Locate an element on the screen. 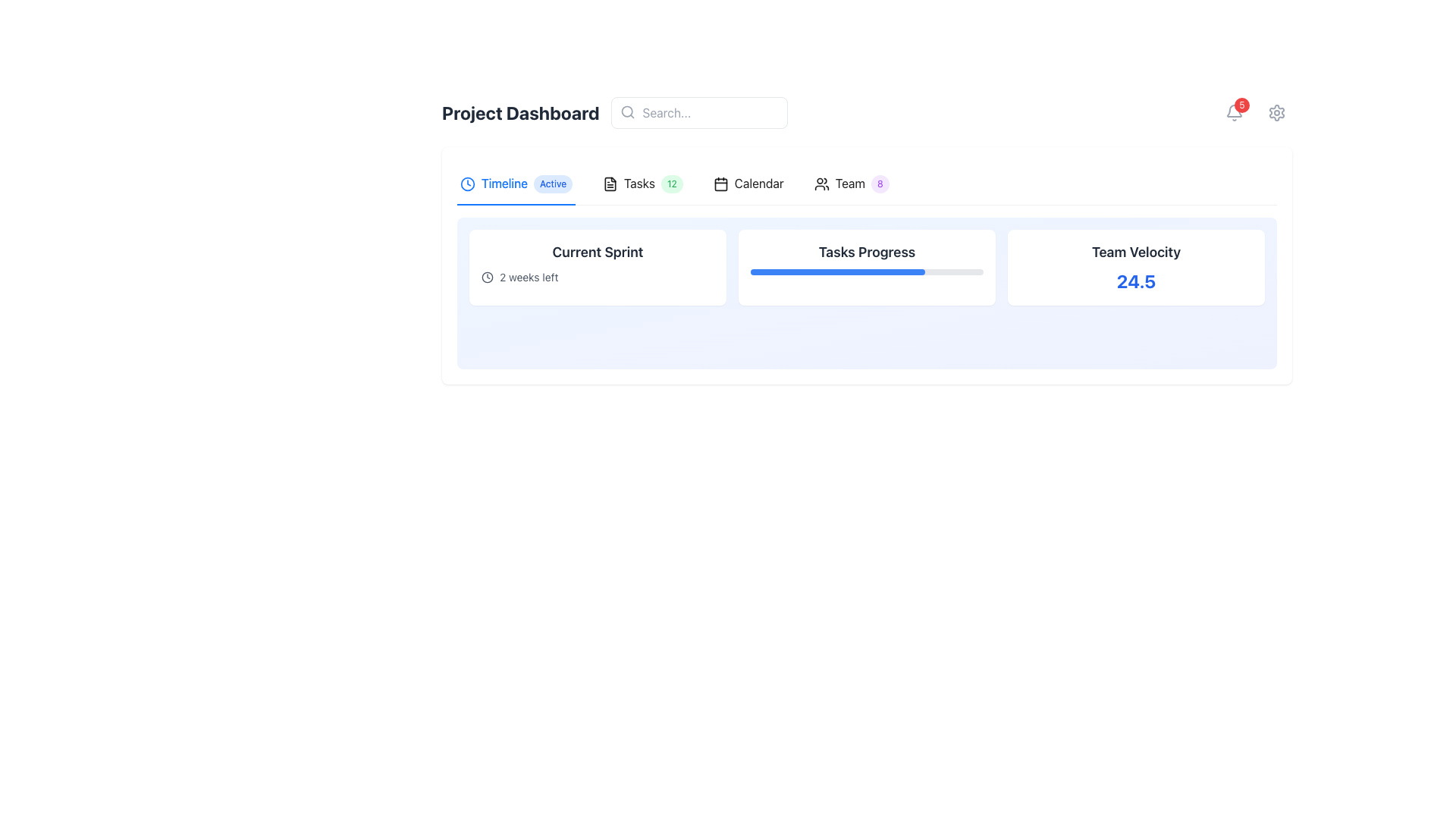  the 'Calendar' text label, which is the fourth item in the horizontal menu bar, located between the 'Tasks' label and the 'Team' label is located at coordinates (759, 183).